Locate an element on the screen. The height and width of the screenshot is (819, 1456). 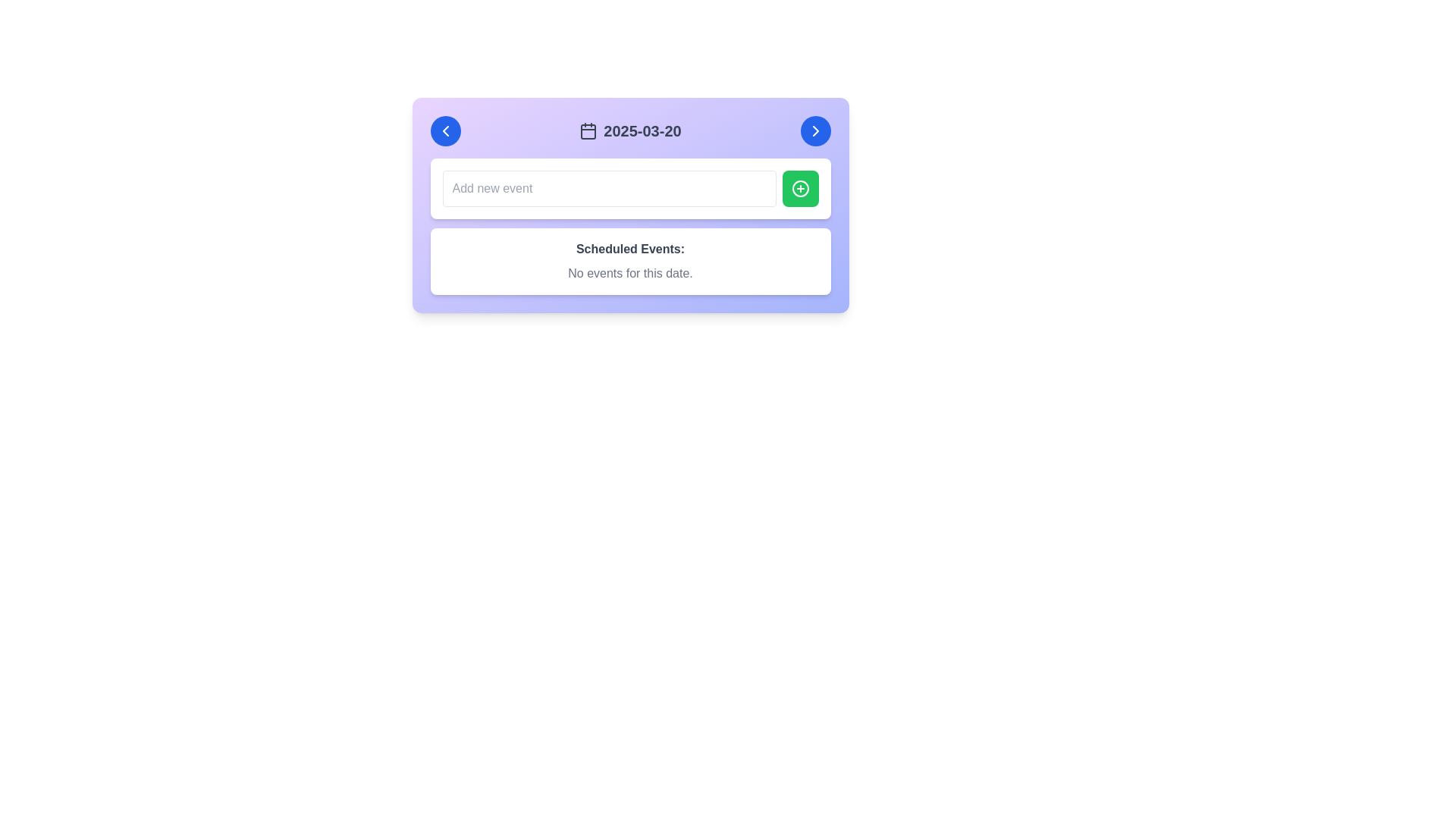
date displayed in the Date Display Label, which shows '2025-03-20' in a bold and large font, located centrally above the text box for adding new events is located at coordinates (630, 130).